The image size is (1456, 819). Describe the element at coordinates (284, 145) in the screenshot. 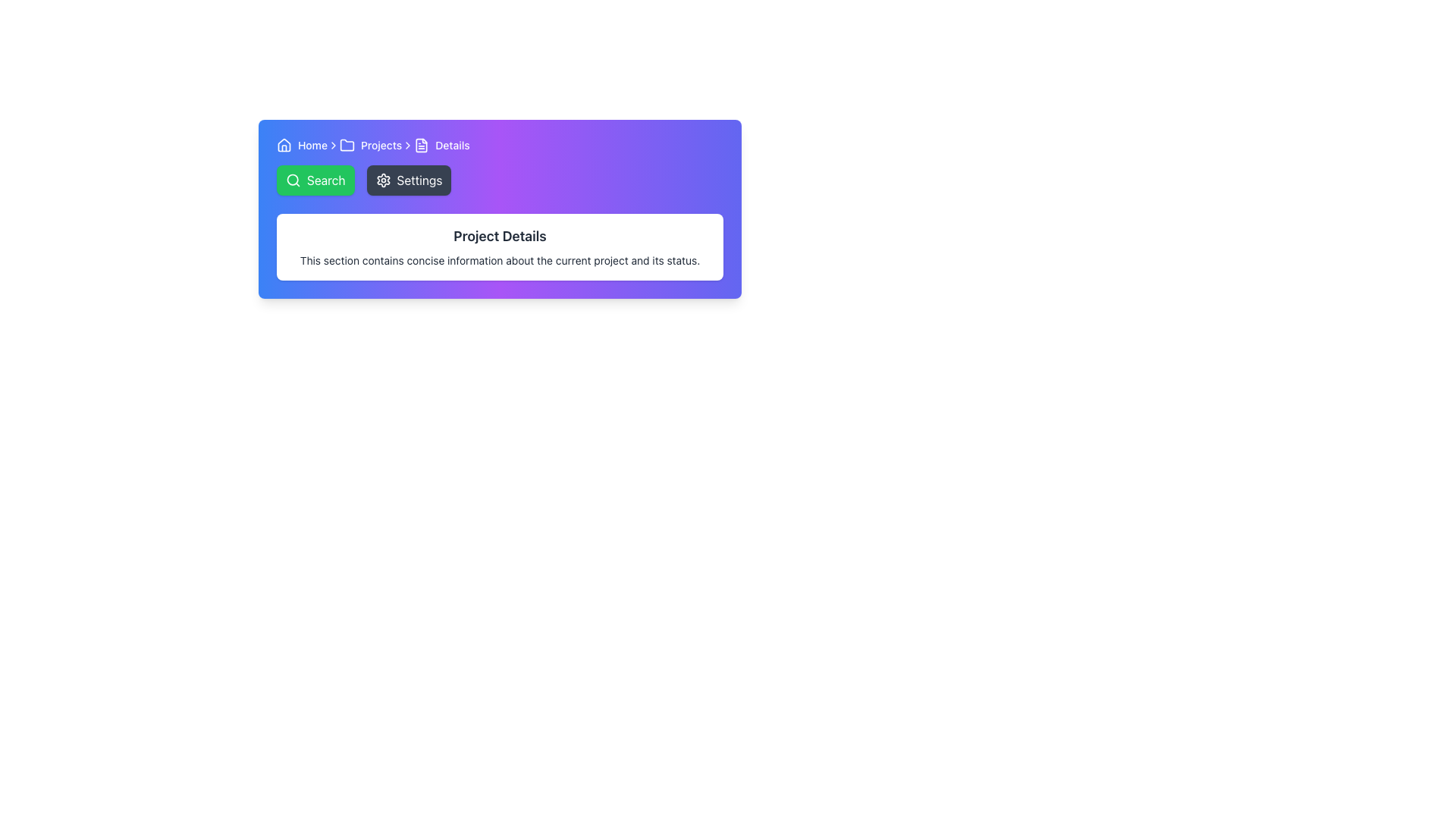

I see `the main outline of the house icon, which is the lower part representing the roof, located in the top-left section of the interface, next to the 'Home' breadcrumb navigation text` at that location.